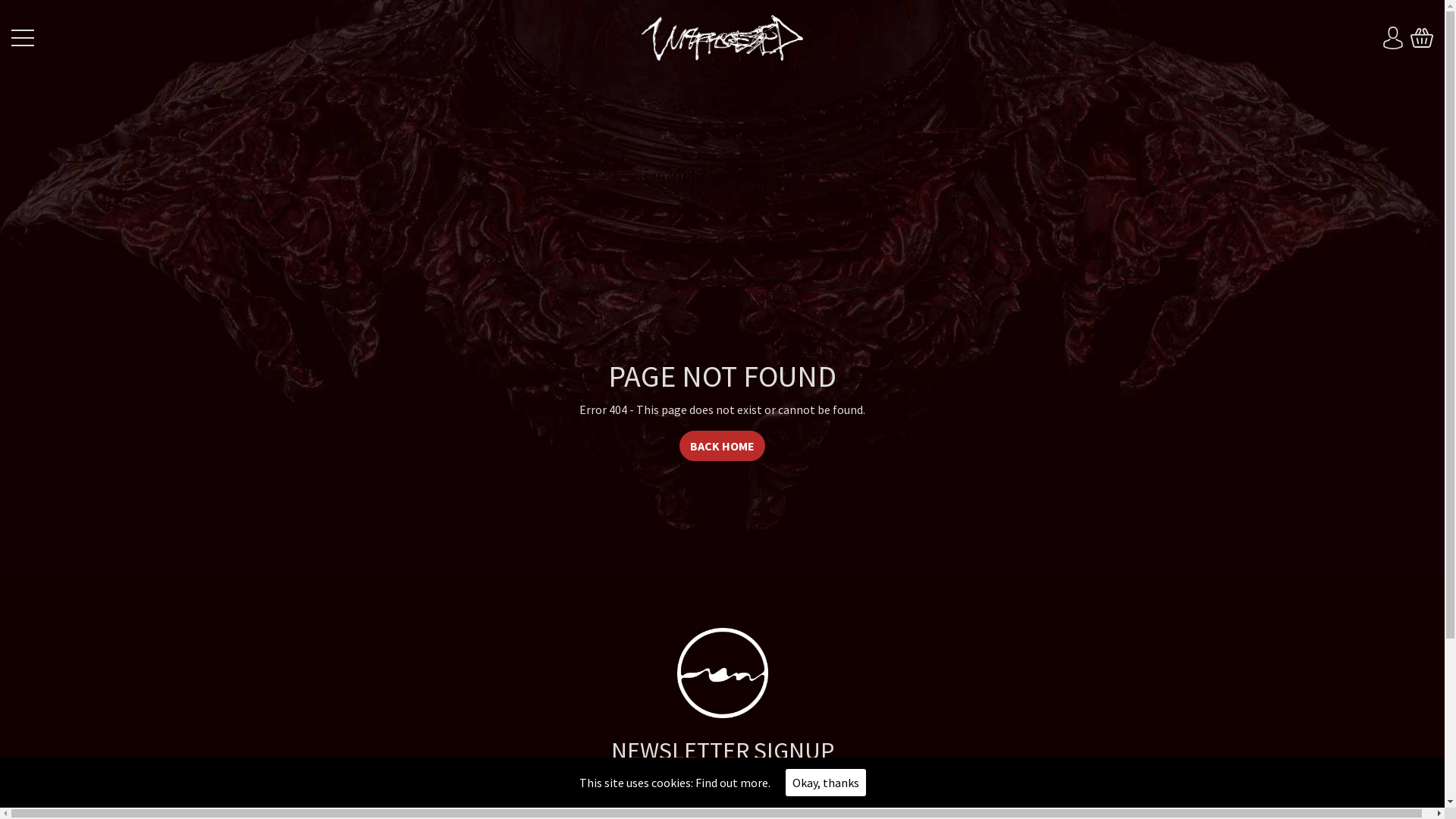  What do you see at coordinates (1393, 37) in the screenshot?
I see `'Login / Register'` at bounding box center [1393, 37].